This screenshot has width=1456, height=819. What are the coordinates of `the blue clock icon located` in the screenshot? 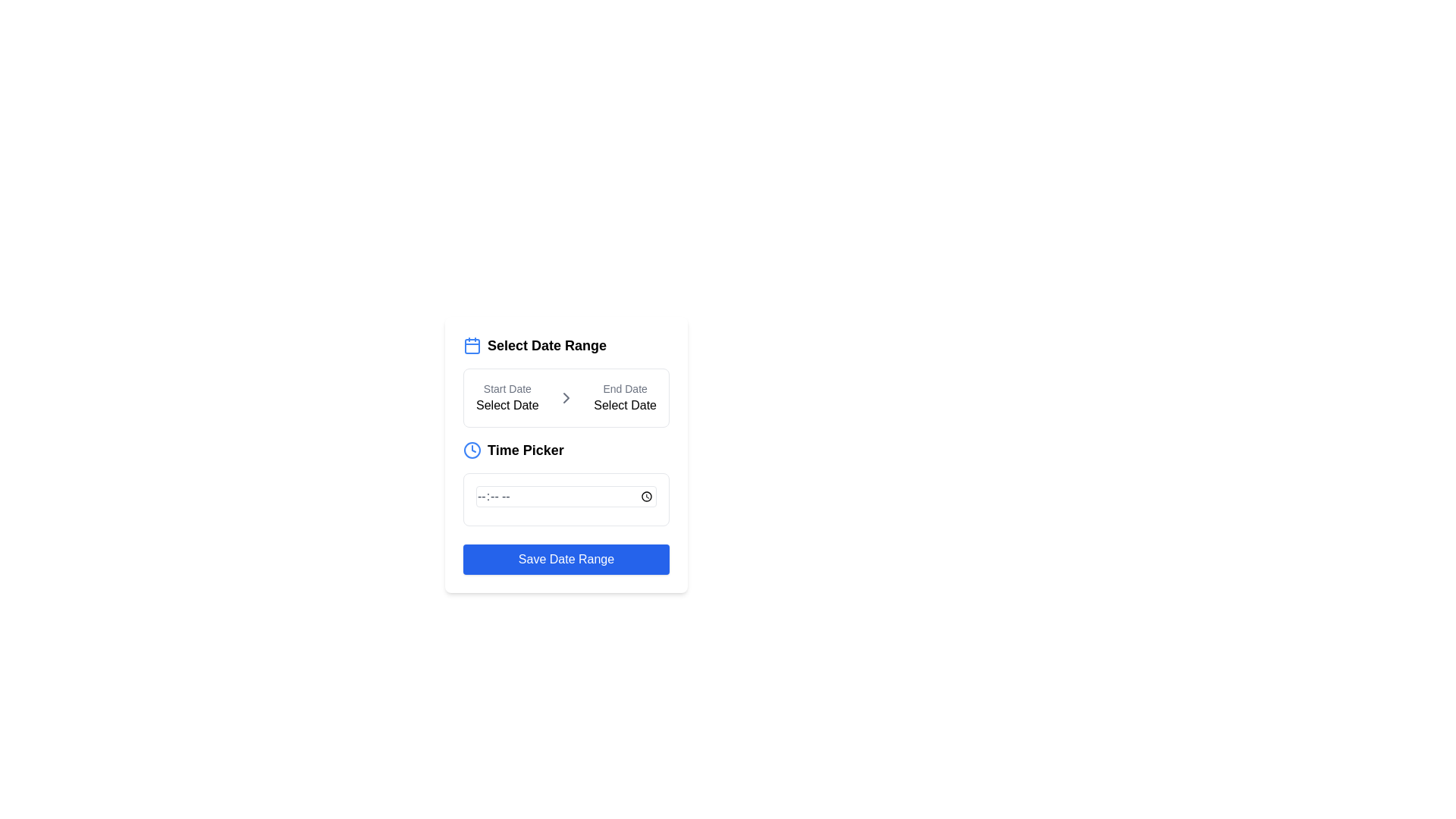 It's located at (472, 450).